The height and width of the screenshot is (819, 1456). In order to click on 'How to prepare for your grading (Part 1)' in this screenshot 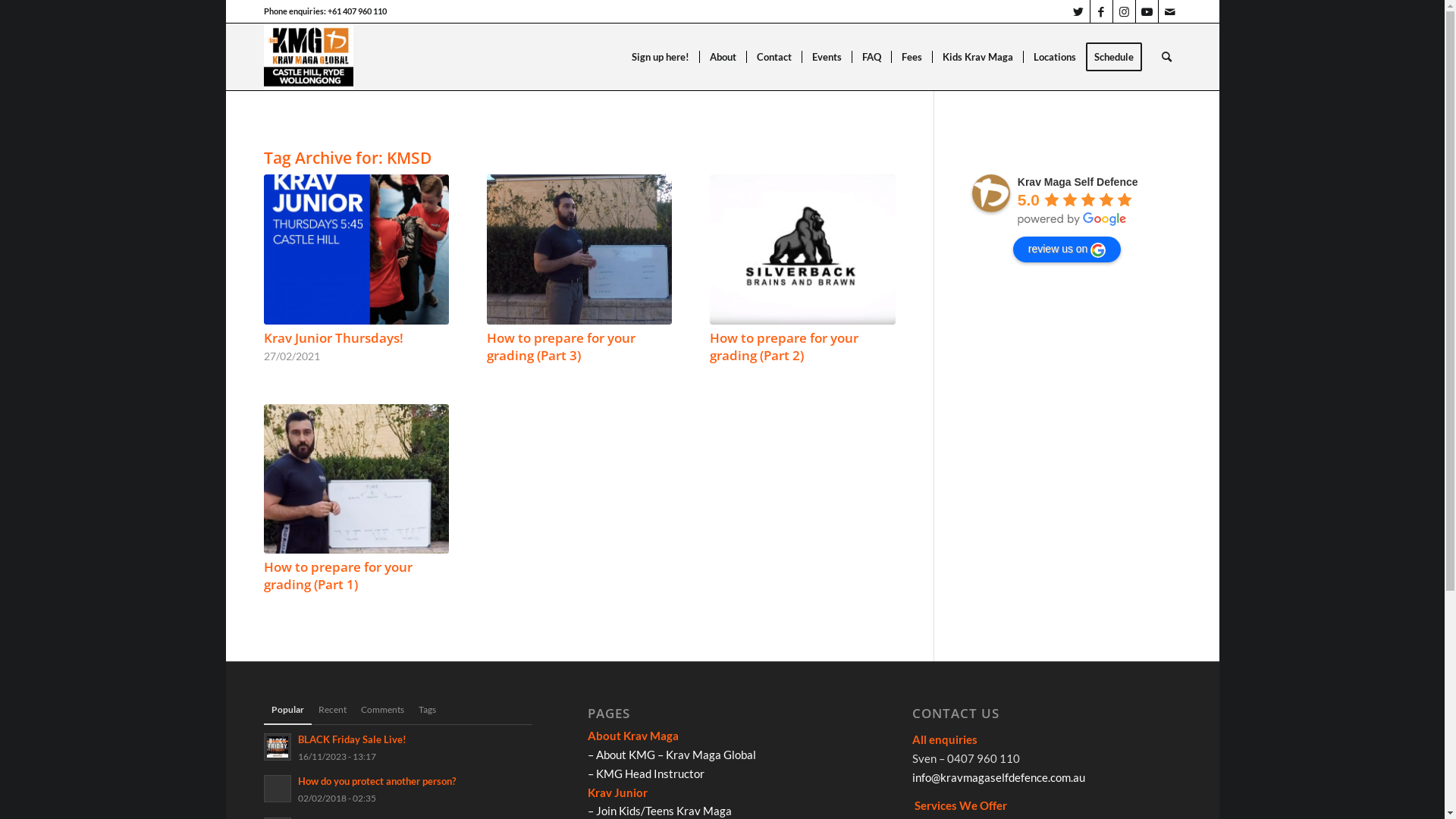, I will do `click(356, 479)`.